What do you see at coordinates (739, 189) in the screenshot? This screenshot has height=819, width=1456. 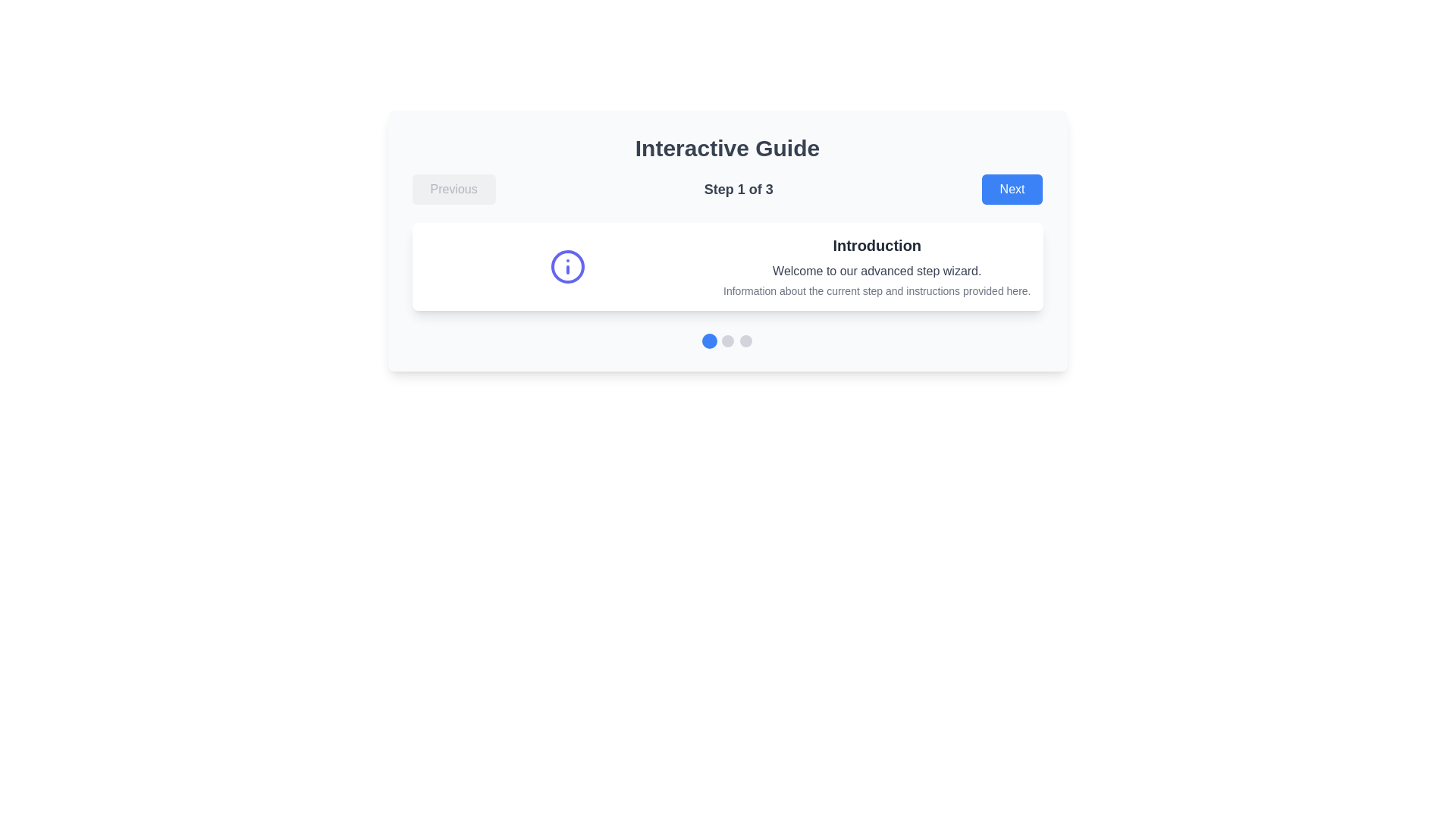 I see `the Text display that indicates the user's current step in a multi-step process, positioned between the 'Previous' and 'Next' buttons` at bounding box center [739, 189].